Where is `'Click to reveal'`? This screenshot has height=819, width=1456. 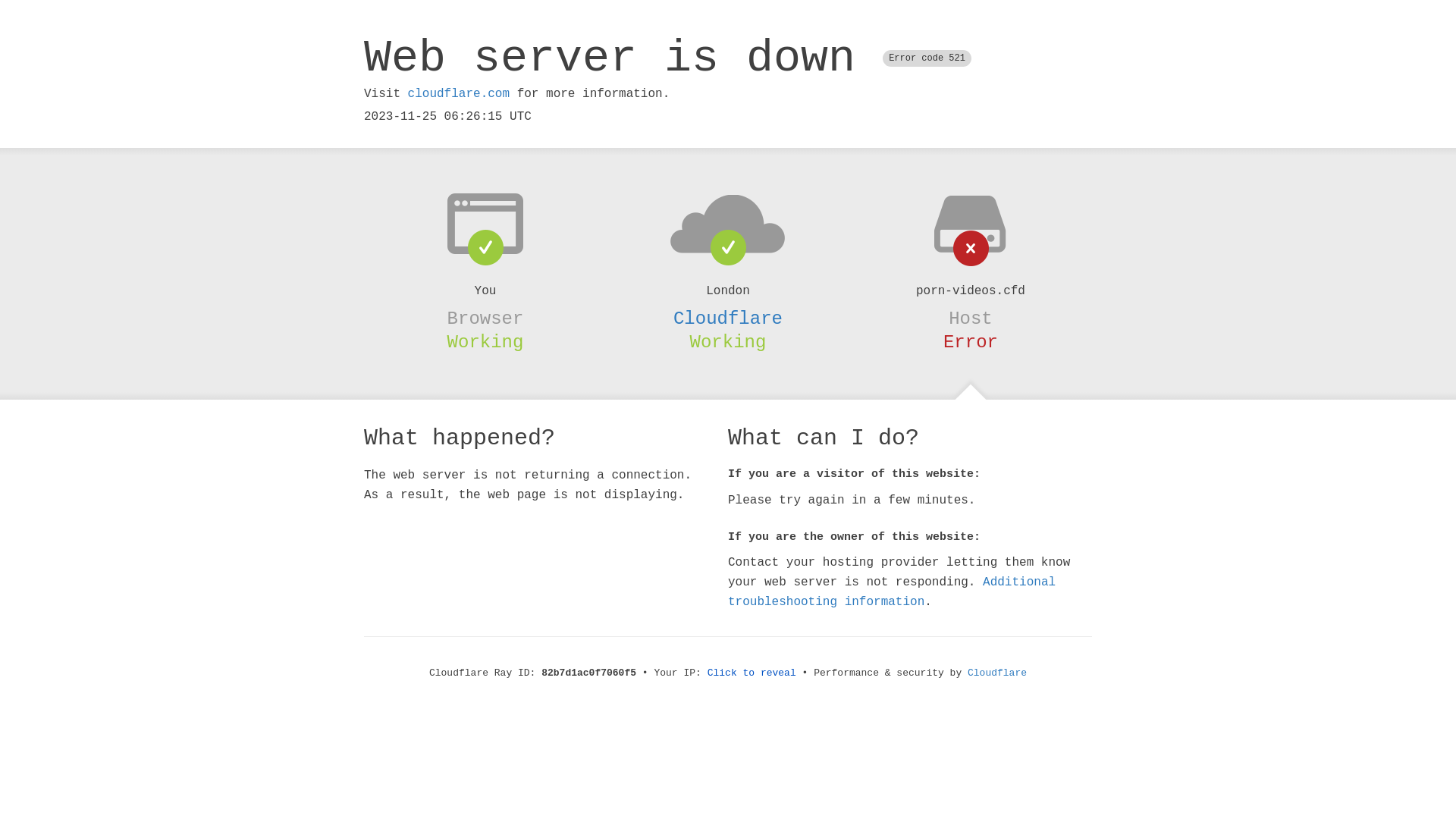 'Click to reveal' is located at coordinates (752, 672).